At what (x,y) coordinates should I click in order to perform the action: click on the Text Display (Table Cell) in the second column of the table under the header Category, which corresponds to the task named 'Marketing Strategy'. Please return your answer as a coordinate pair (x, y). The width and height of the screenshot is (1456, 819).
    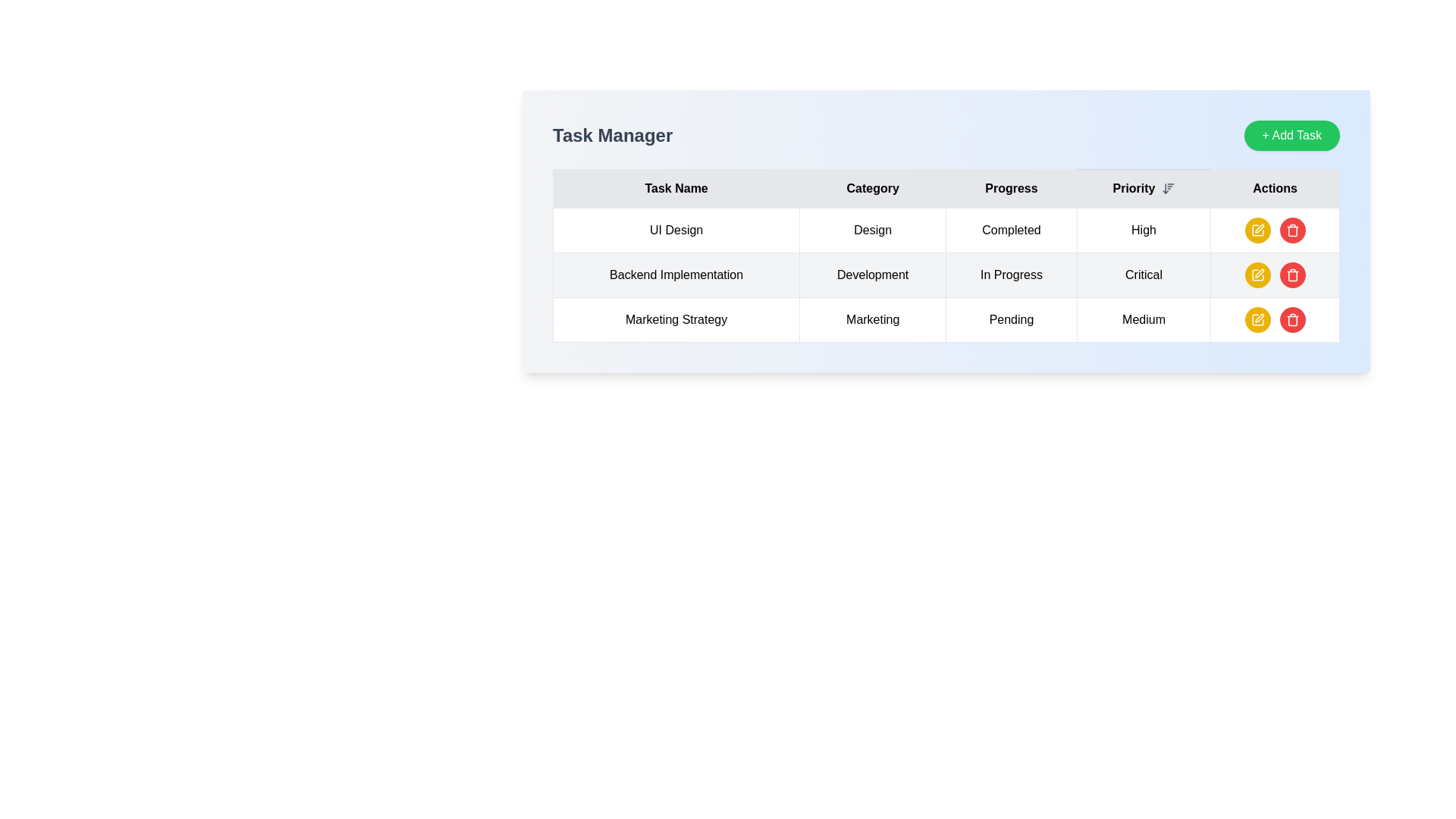
    Looking at the image, I should click on (873, 318).